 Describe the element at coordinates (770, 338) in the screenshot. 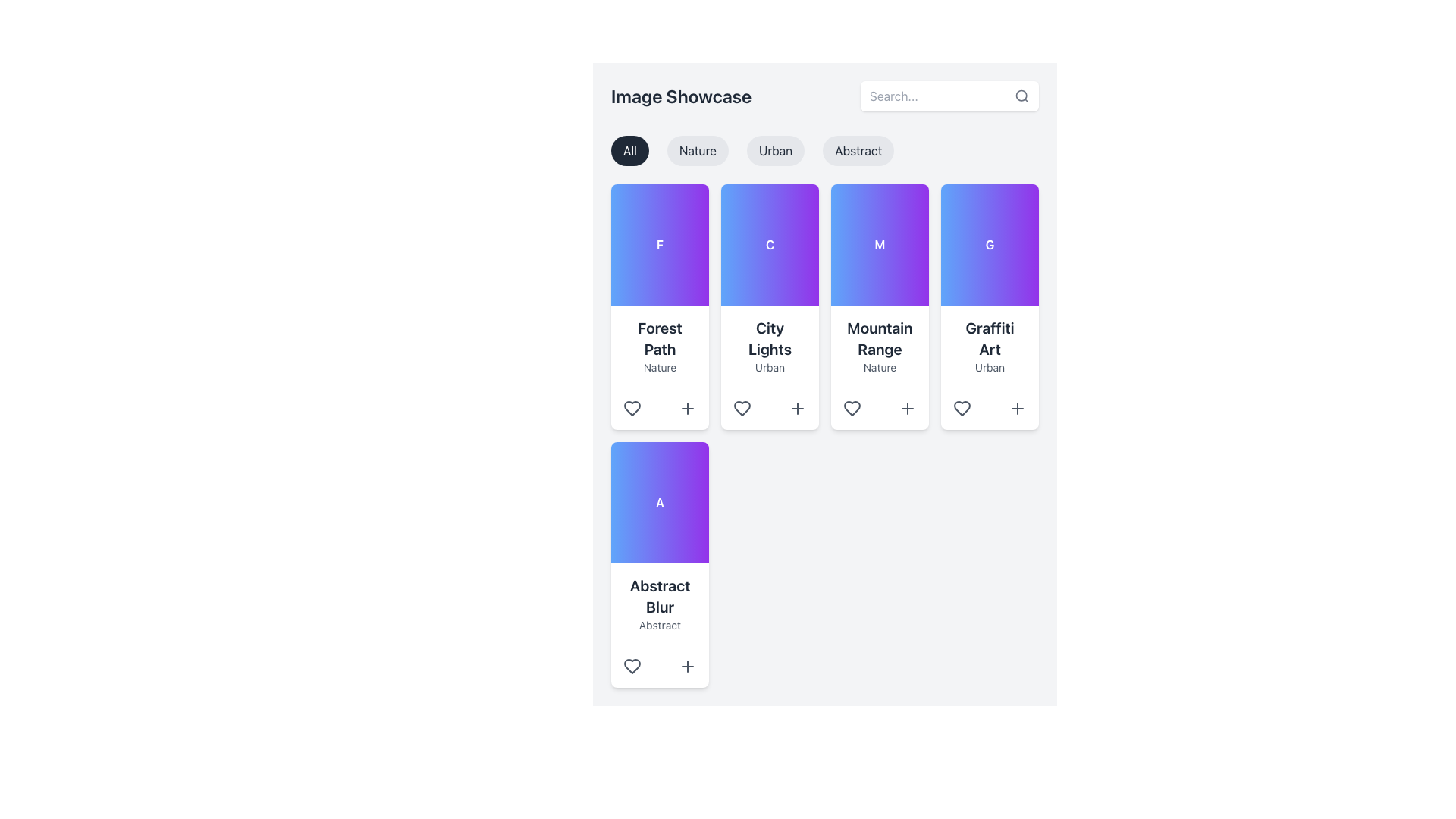

I see `the text label 'City Lights' which is styled in bold sans-serif font and is positioned above the text 'Urban' in a card with a gradient blue and purple background` at that location.